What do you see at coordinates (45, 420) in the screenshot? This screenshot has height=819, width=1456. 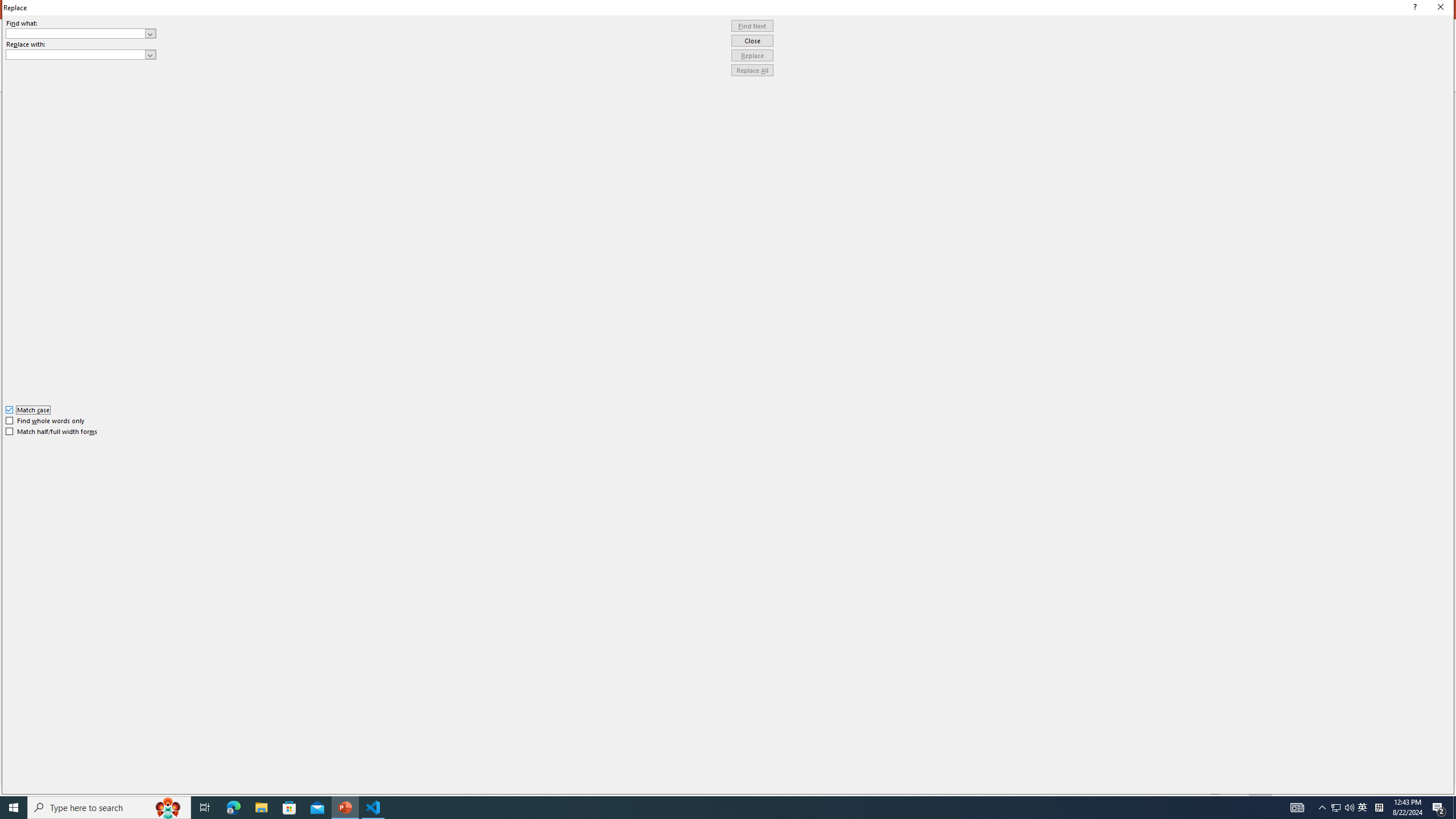 I see `'Find whole words only'` at bounding box center [45, 420].